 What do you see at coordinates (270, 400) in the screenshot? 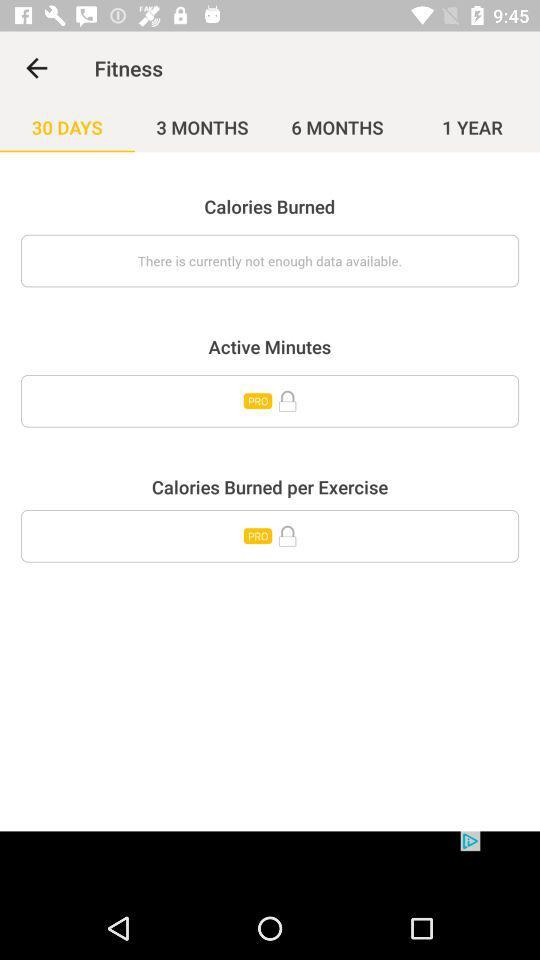
I see `autoplay option` at bounding box center [270, 400].